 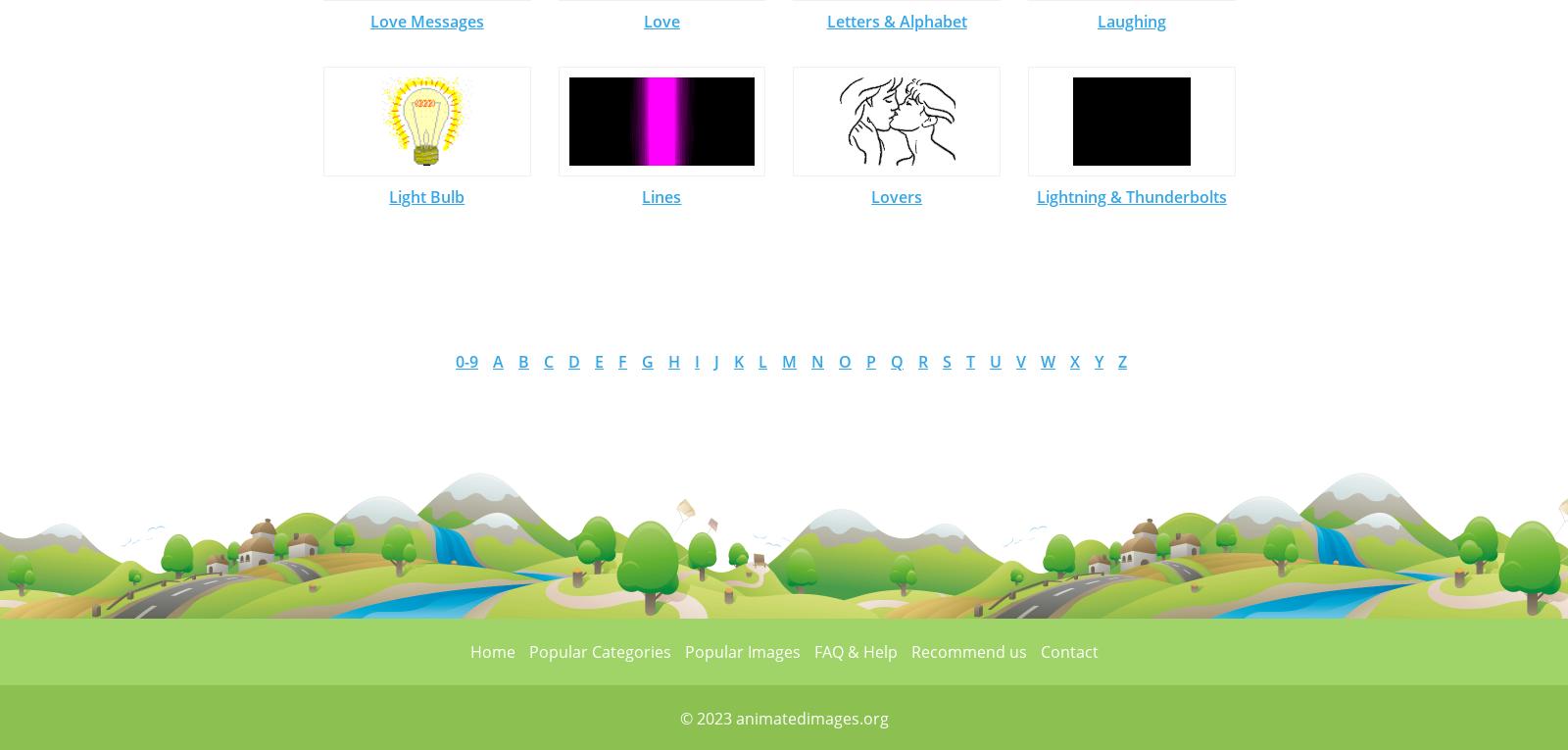 I want to click on 'M', so click(x=782, y=361).